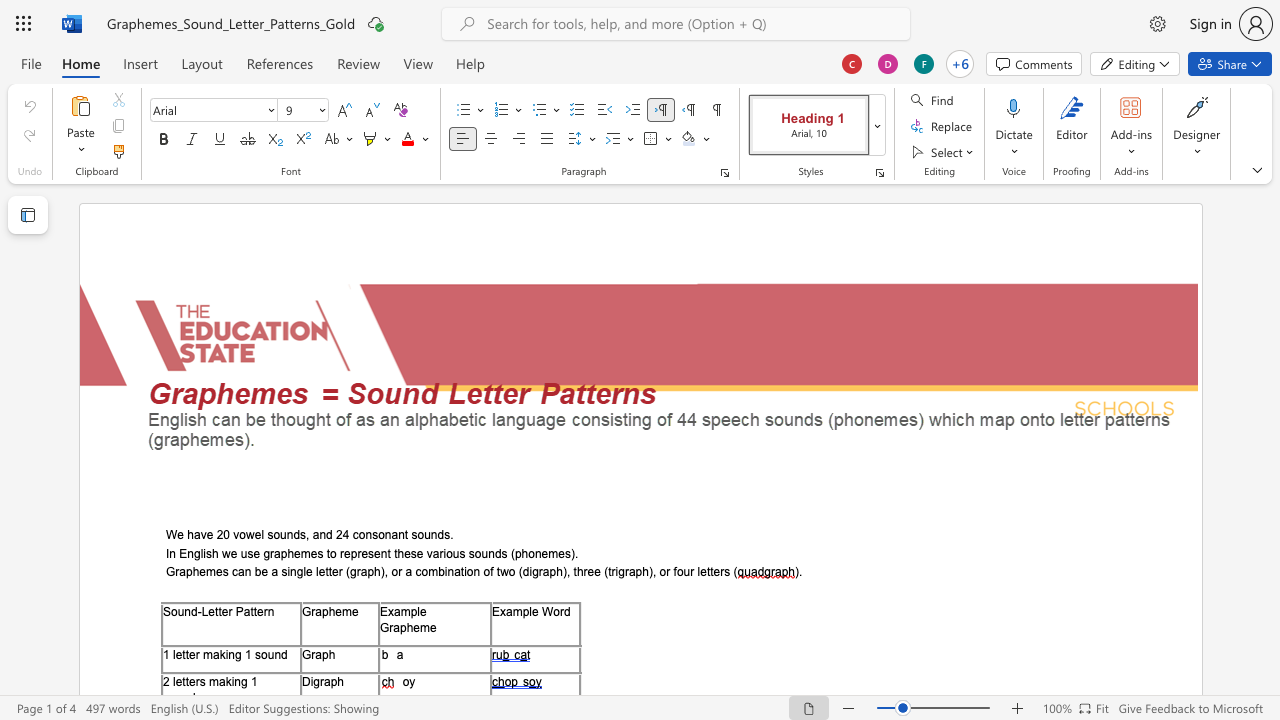  Describe the element at coordinates (253, 534) in the screenshot. I see `the space between the continuous character "w" and "e" in the text` at that location.